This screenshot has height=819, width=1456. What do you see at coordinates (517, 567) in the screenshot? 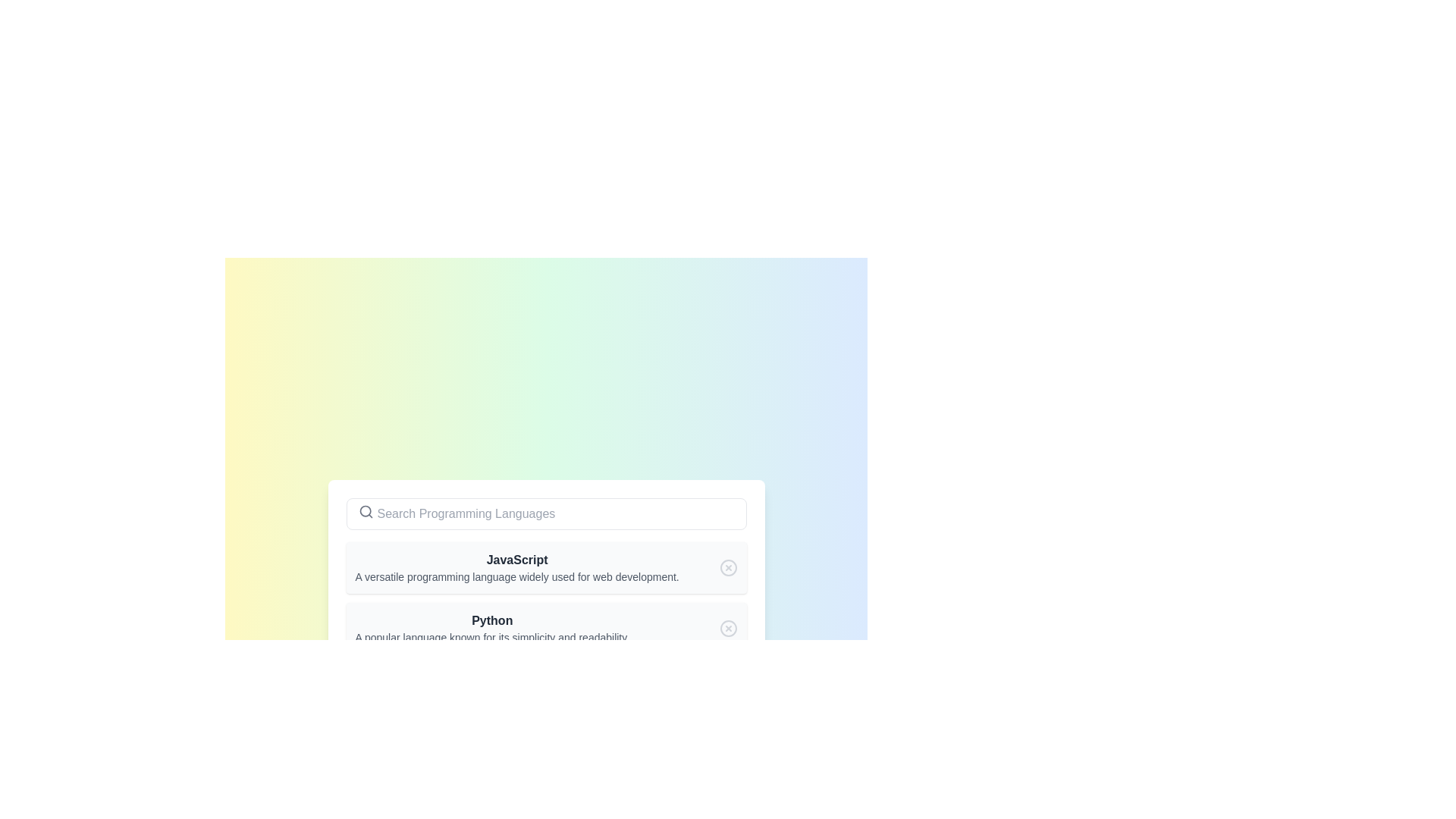
I see `the text block element that displays 'JavaScript' in a bold font with a description below it` at bounding box center [517, 567].